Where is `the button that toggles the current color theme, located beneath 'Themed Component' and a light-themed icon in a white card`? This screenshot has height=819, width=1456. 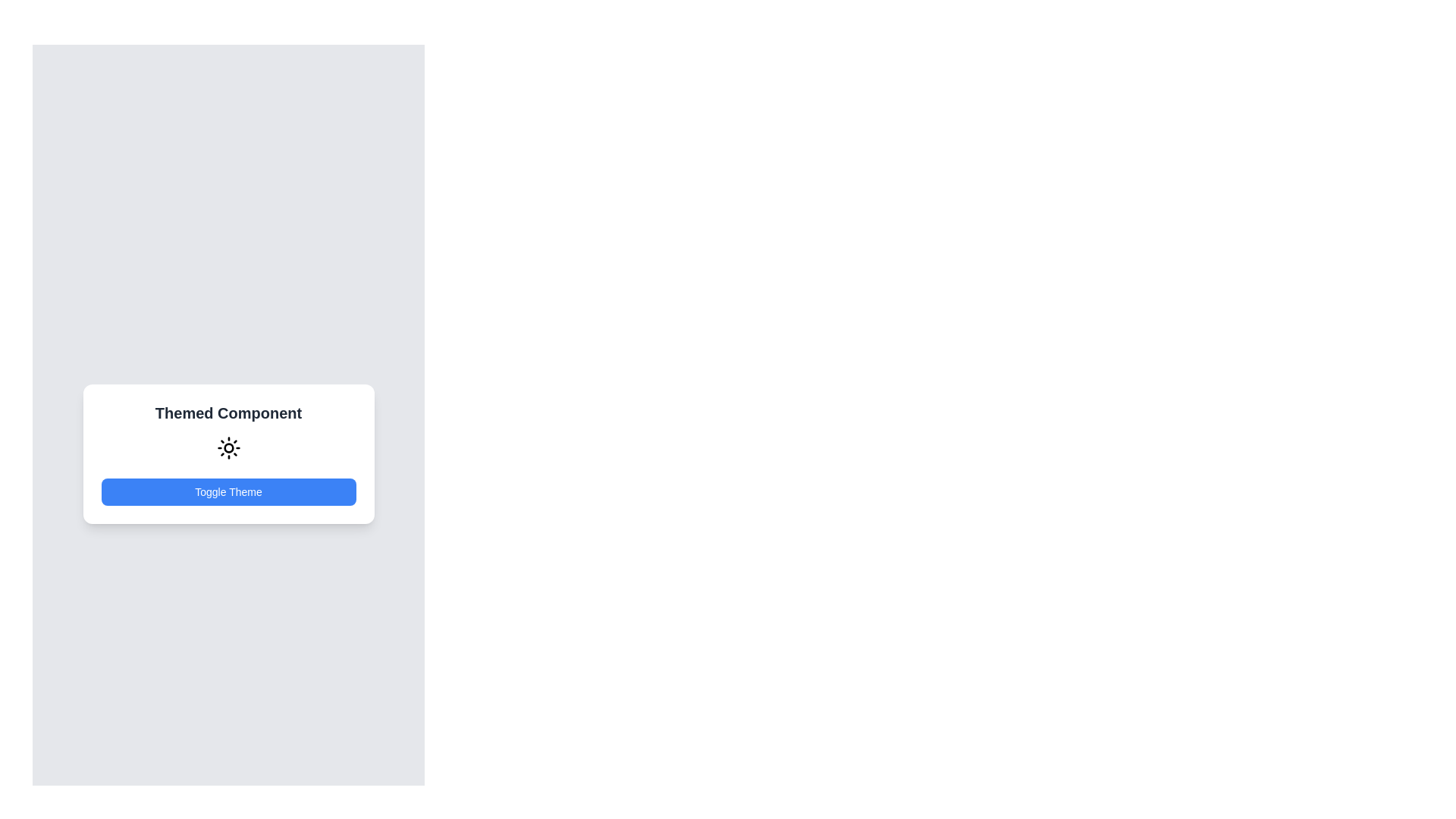
the button that toggles the current color theme, located beneath 'Themed Component' and a light-themed icon in a white card is located at coordinates (227, 491).